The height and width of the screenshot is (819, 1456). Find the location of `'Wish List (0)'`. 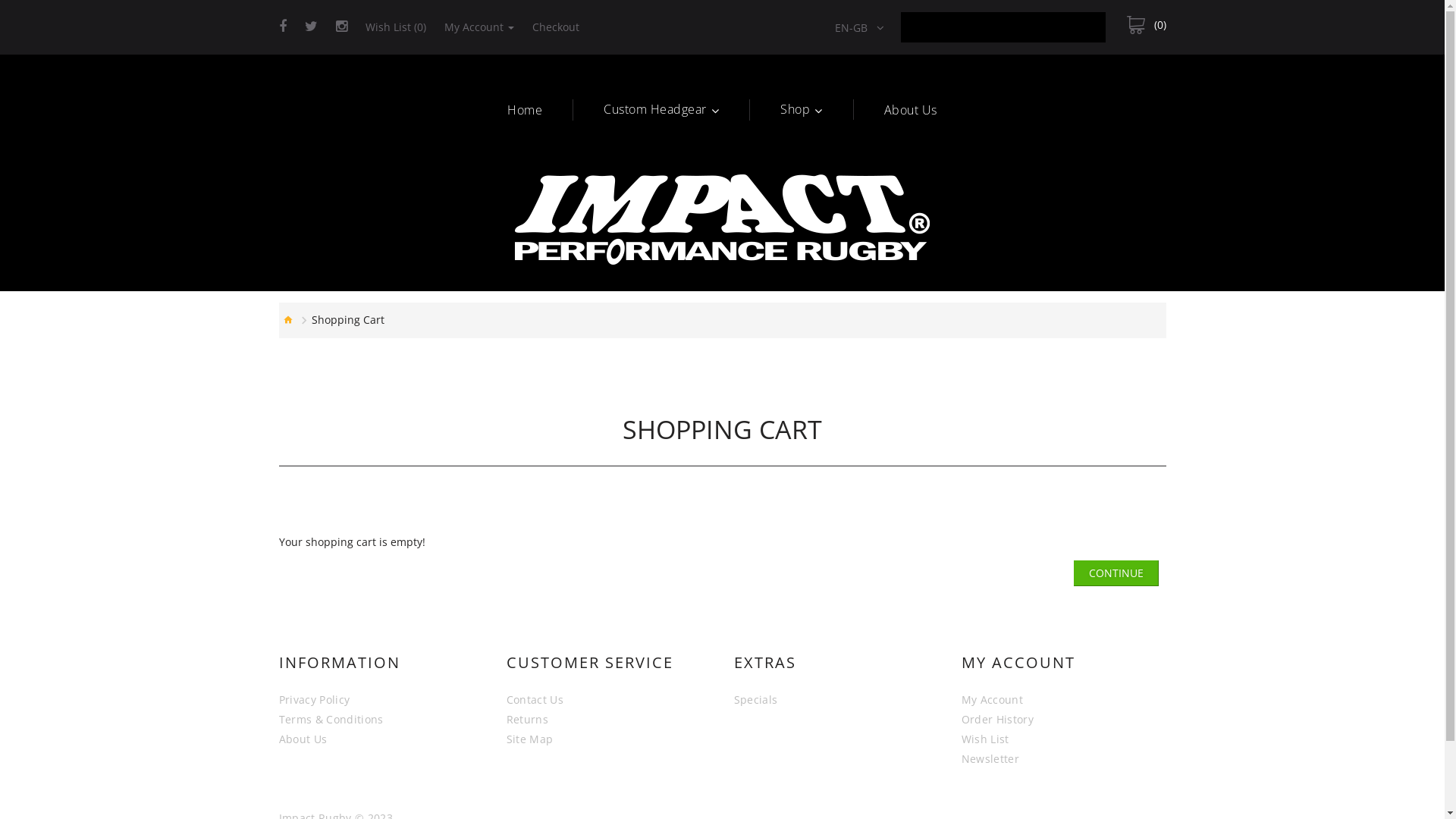

'Wish List (0)' is located at coordinates (396, 27).